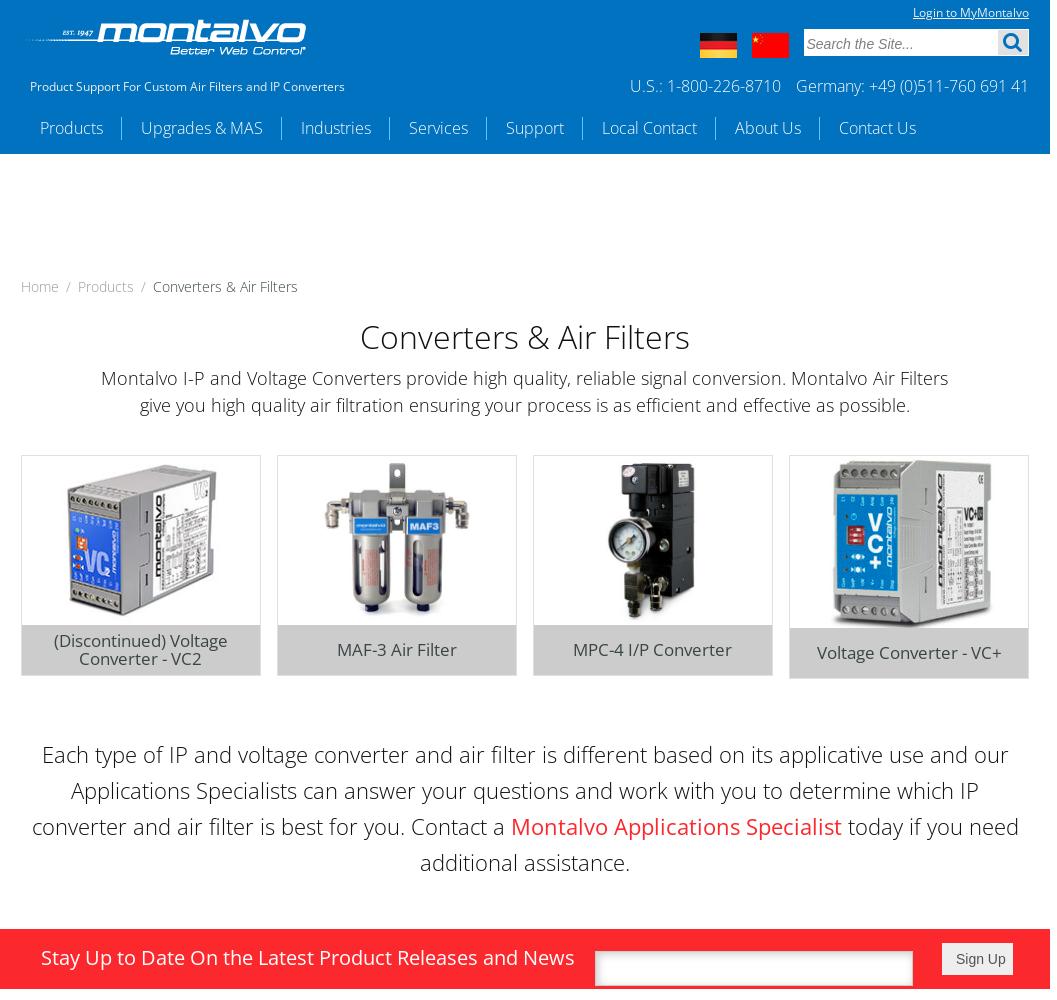 The width and height of the screenshot is (1057, 1000). I want to click on '1-800-226-8710', so click(723, 85).